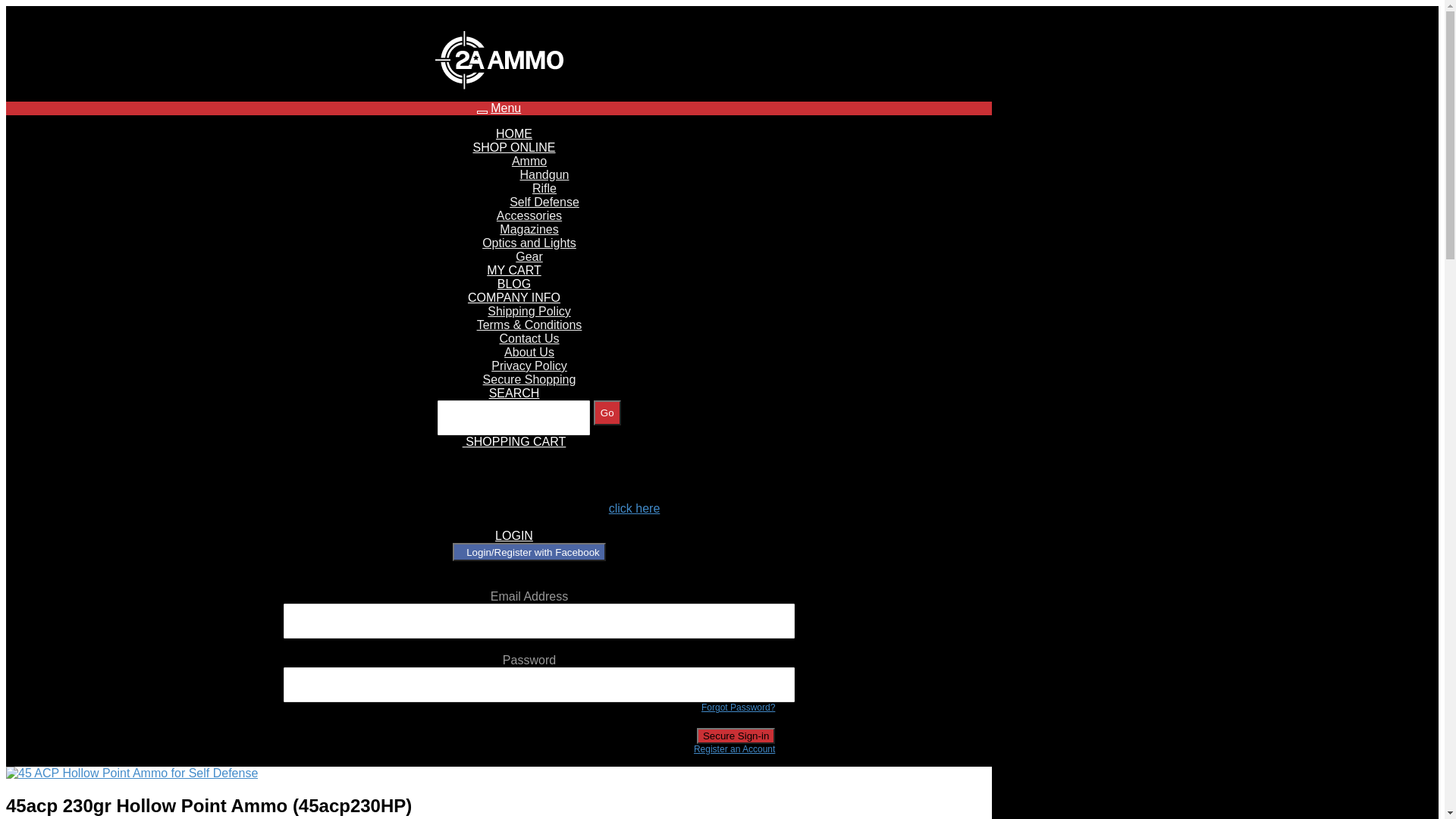 The width and height of the screenshot is (1456, 819). What do you see at coordinates (513, 284) in the screenshot?
I see `'BLOG'` at bounding box center [513, 284].